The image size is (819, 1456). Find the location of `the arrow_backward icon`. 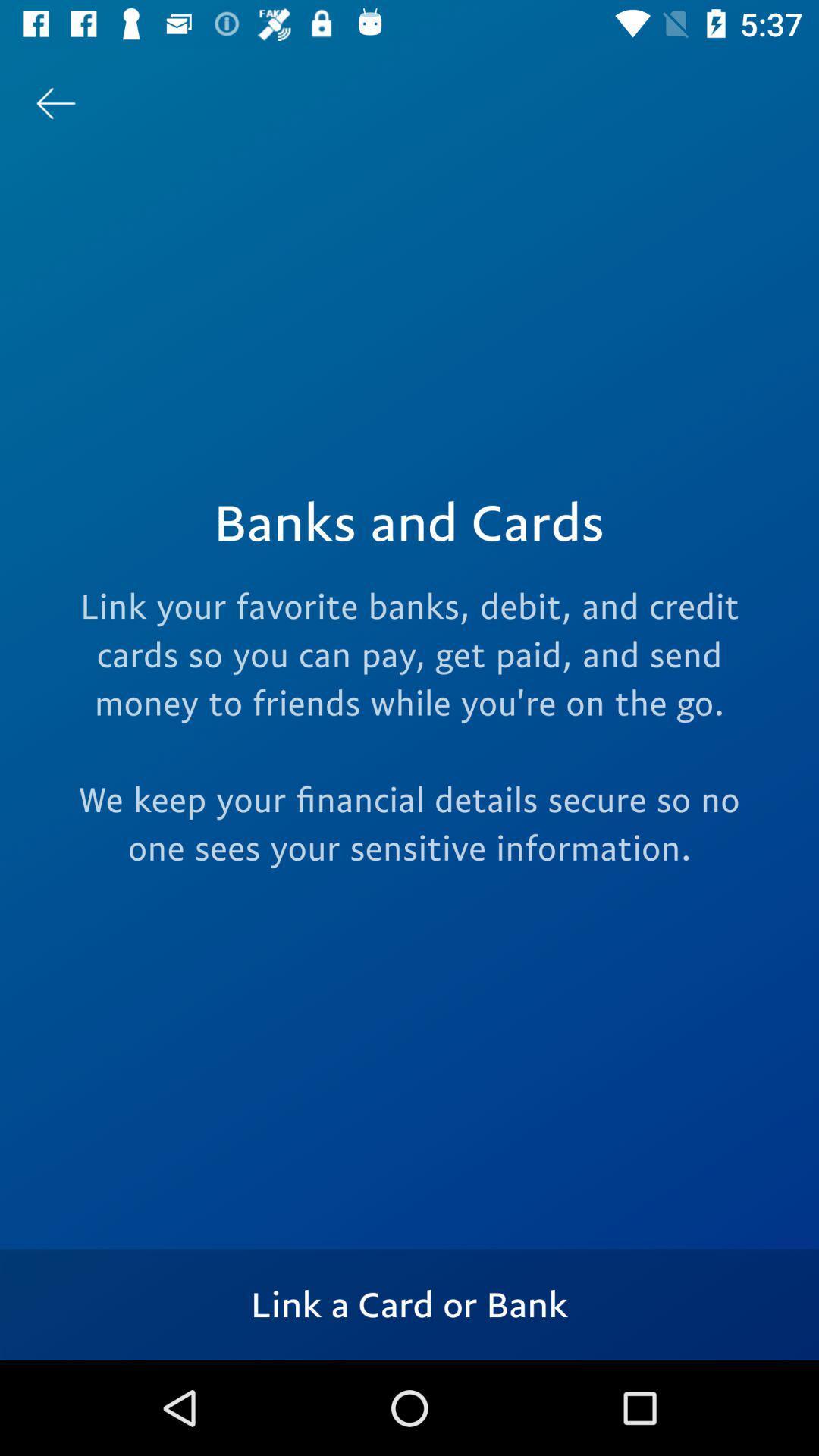

the arrow_backward icon is located at coordinates (55, 102).